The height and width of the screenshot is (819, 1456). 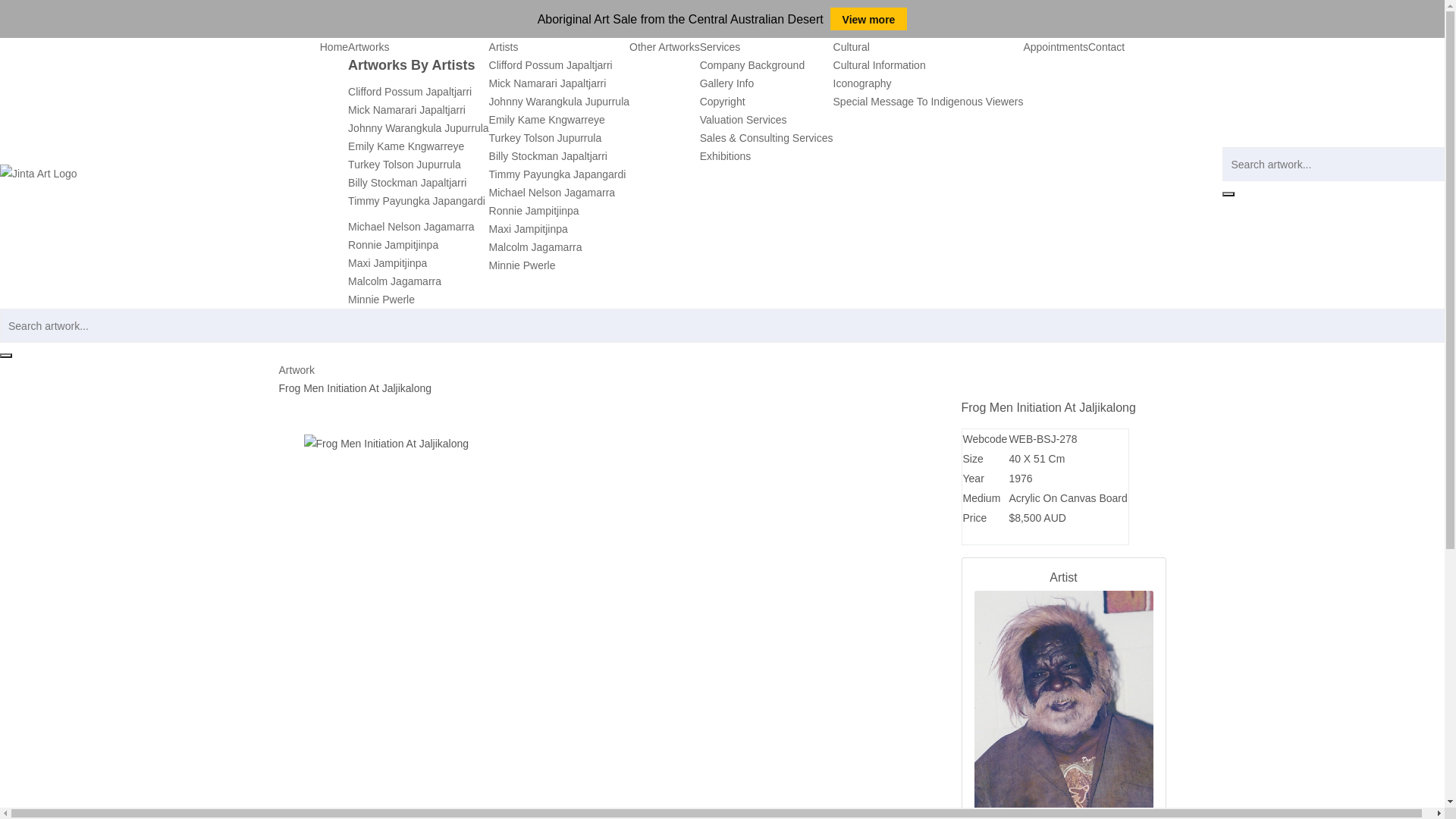 I want to click on 'Ronnie Jampitjinpa', so click(x=347, y=244).